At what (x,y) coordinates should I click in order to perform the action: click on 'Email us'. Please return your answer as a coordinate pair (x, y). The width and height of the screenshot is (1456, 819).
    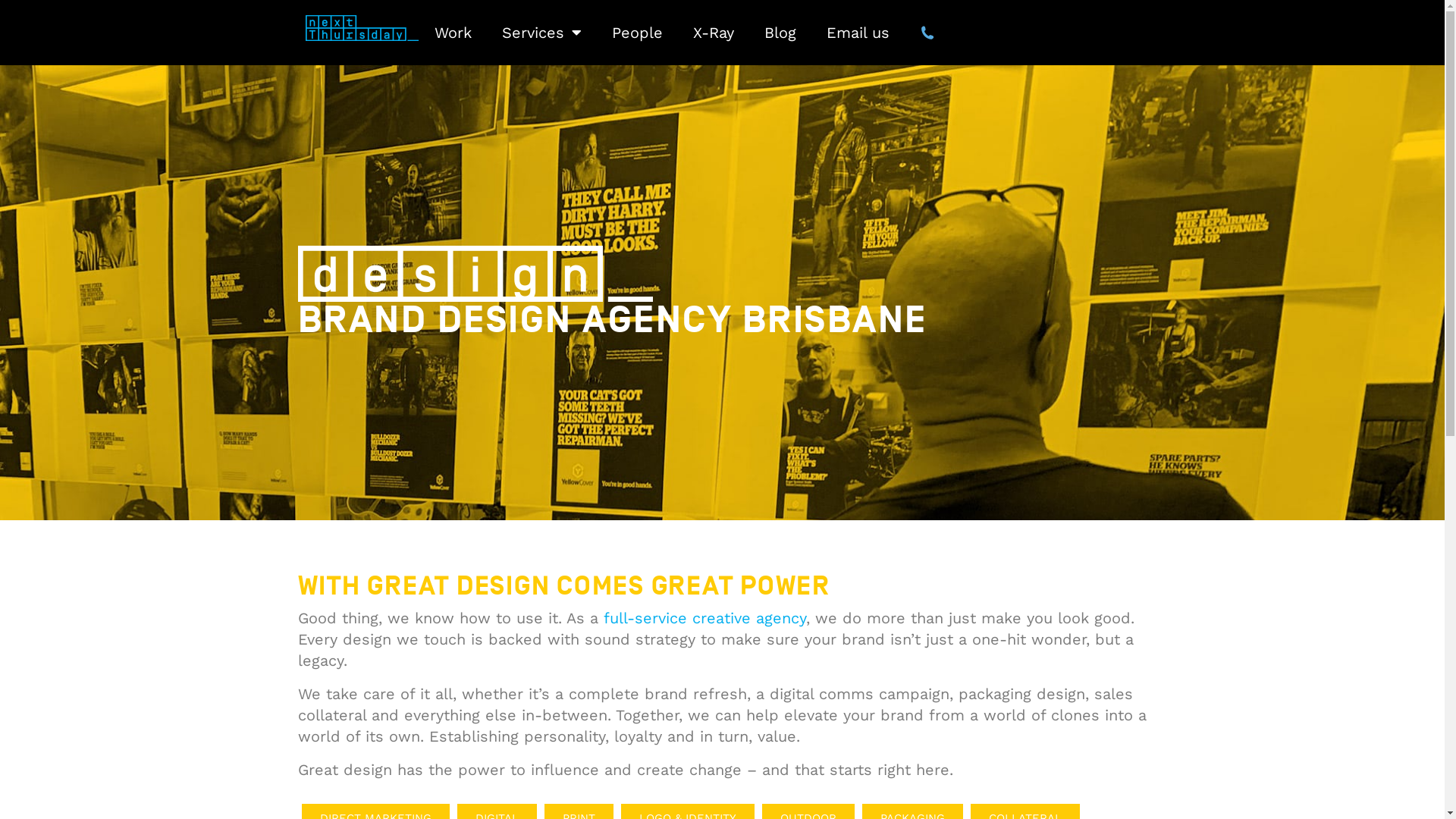
    Looking at the image, I should click on (858, 32).